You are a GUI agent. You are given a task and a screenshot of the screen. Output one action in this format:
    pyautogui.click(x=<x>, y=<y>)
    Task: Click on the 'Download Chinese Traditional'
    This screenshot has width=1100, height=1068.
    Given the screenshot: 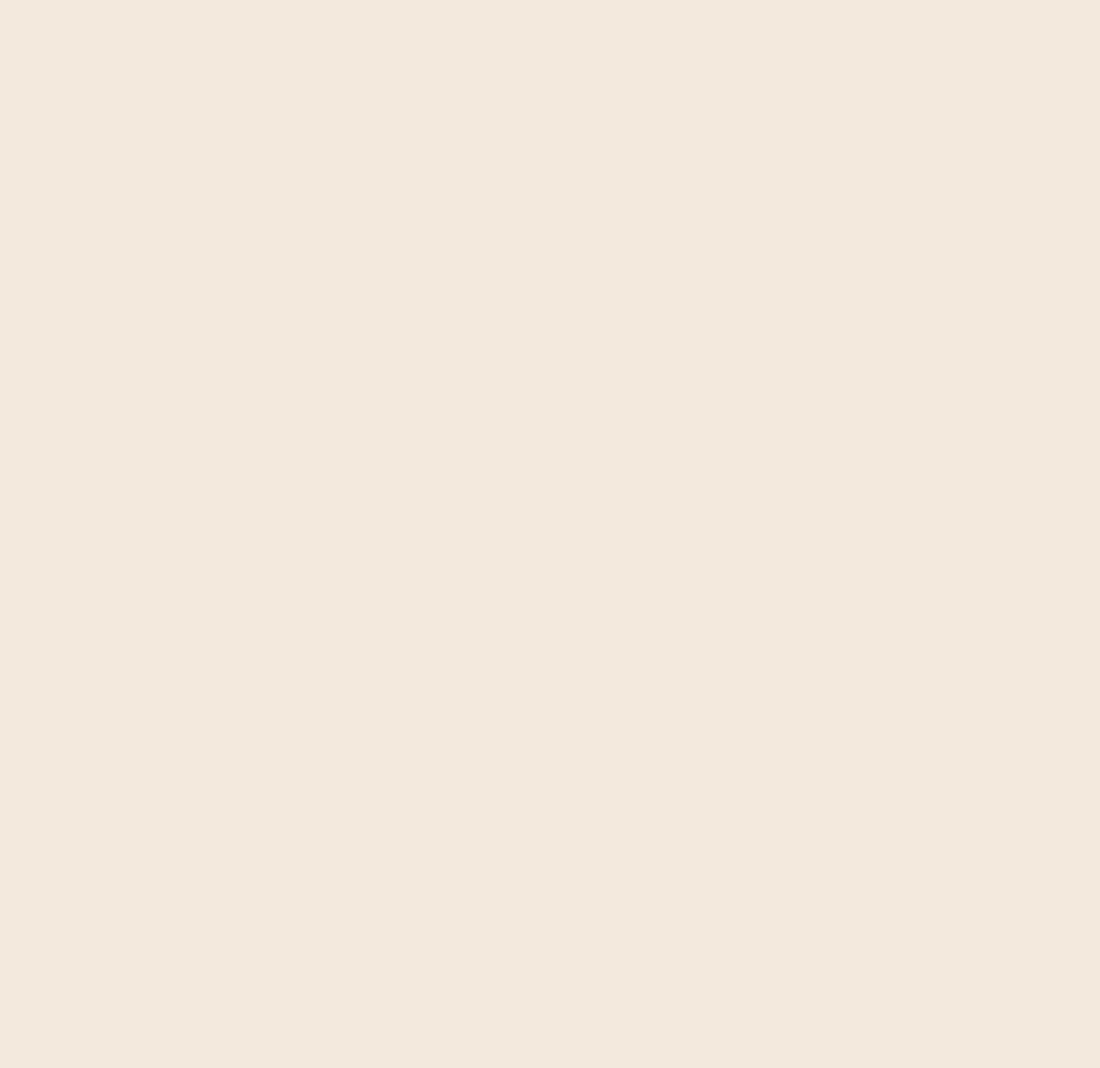 What is the action you would take?
    pyautogui.click(x=135, y=557)
    